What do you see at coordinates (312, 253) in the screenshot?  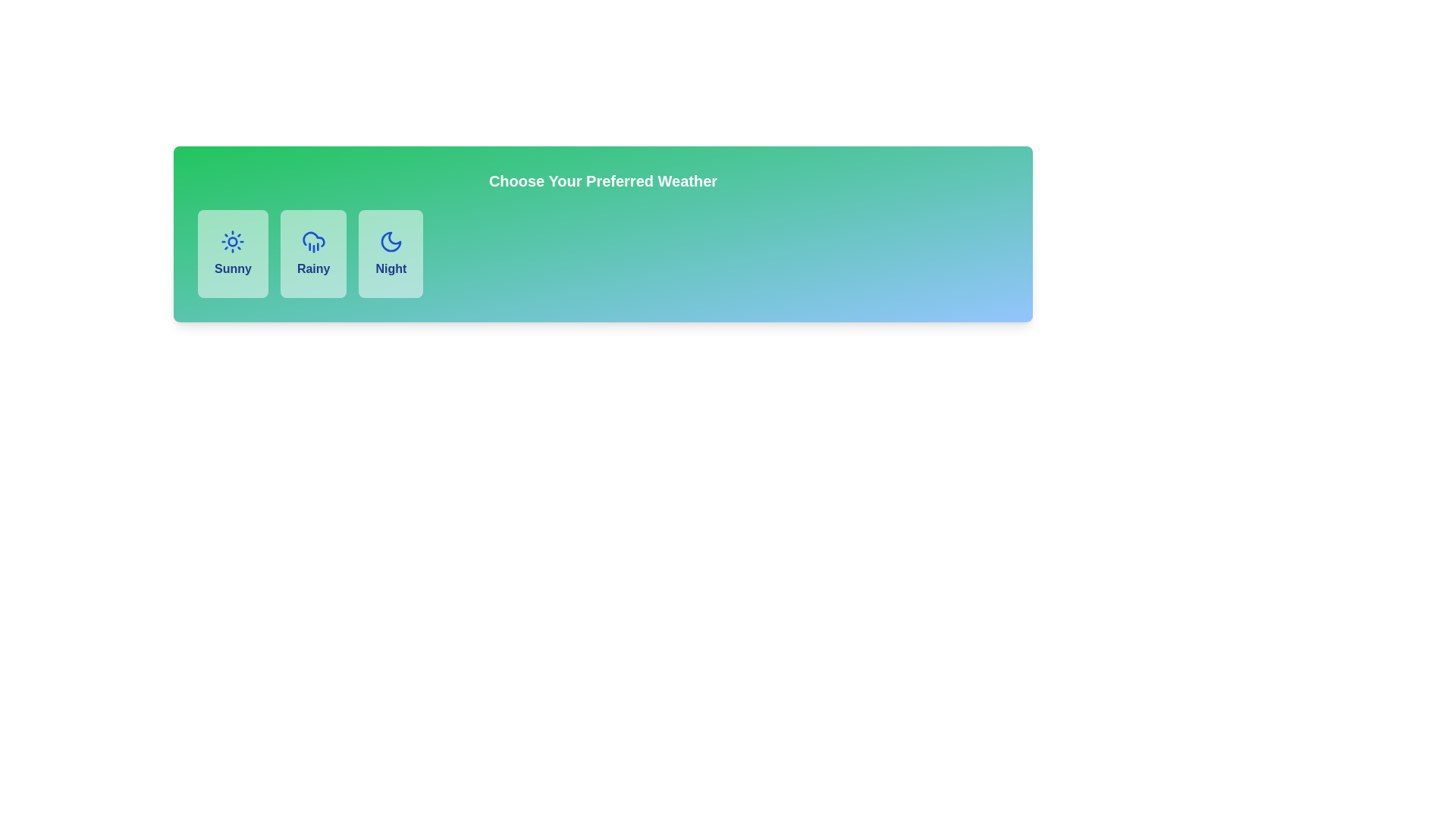 I see `the 'Rainy' button, which is a rectangular button with rounded corners featuring a blue cloud-and-rain icon, located between the 'Sunny' and 'Night' buttons` at bounding box center [312, 253].